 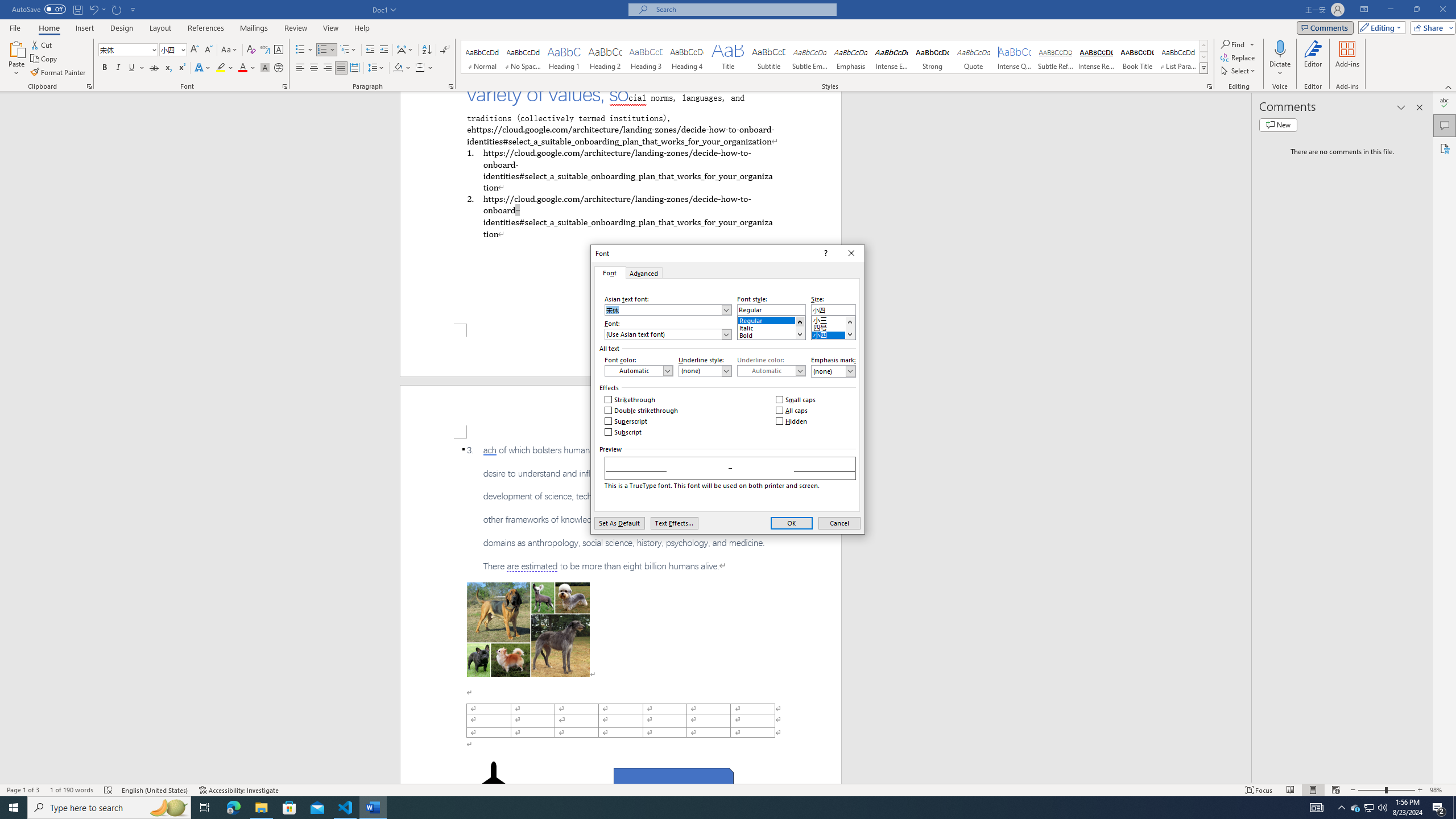 I want to click on 'Subtle Emphasis', so click(x=809, y=56).